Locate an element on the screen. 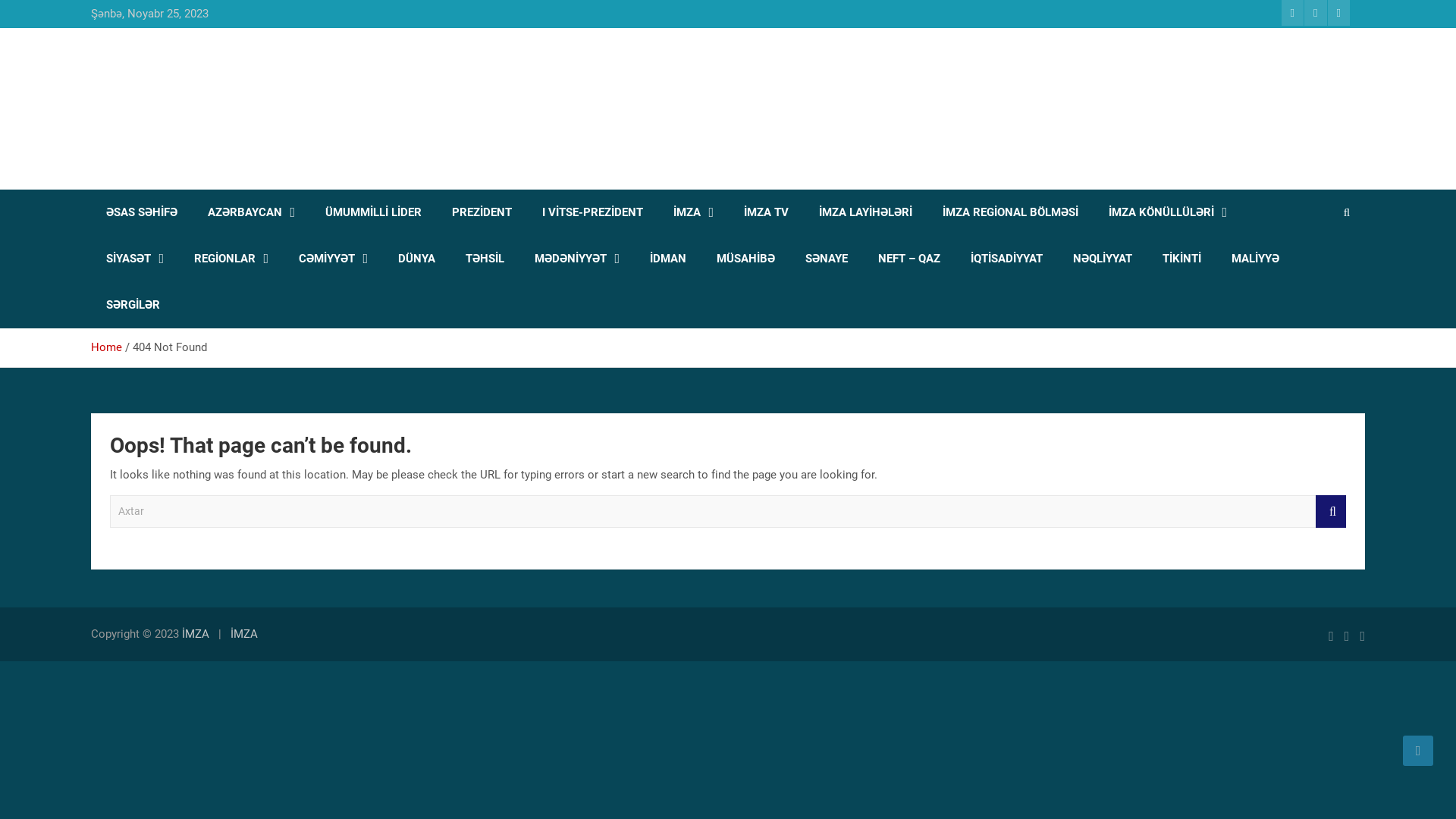 This screenshot has width=1456, height=819. 'PREZIDENT' is located at coordinates (481, 212).